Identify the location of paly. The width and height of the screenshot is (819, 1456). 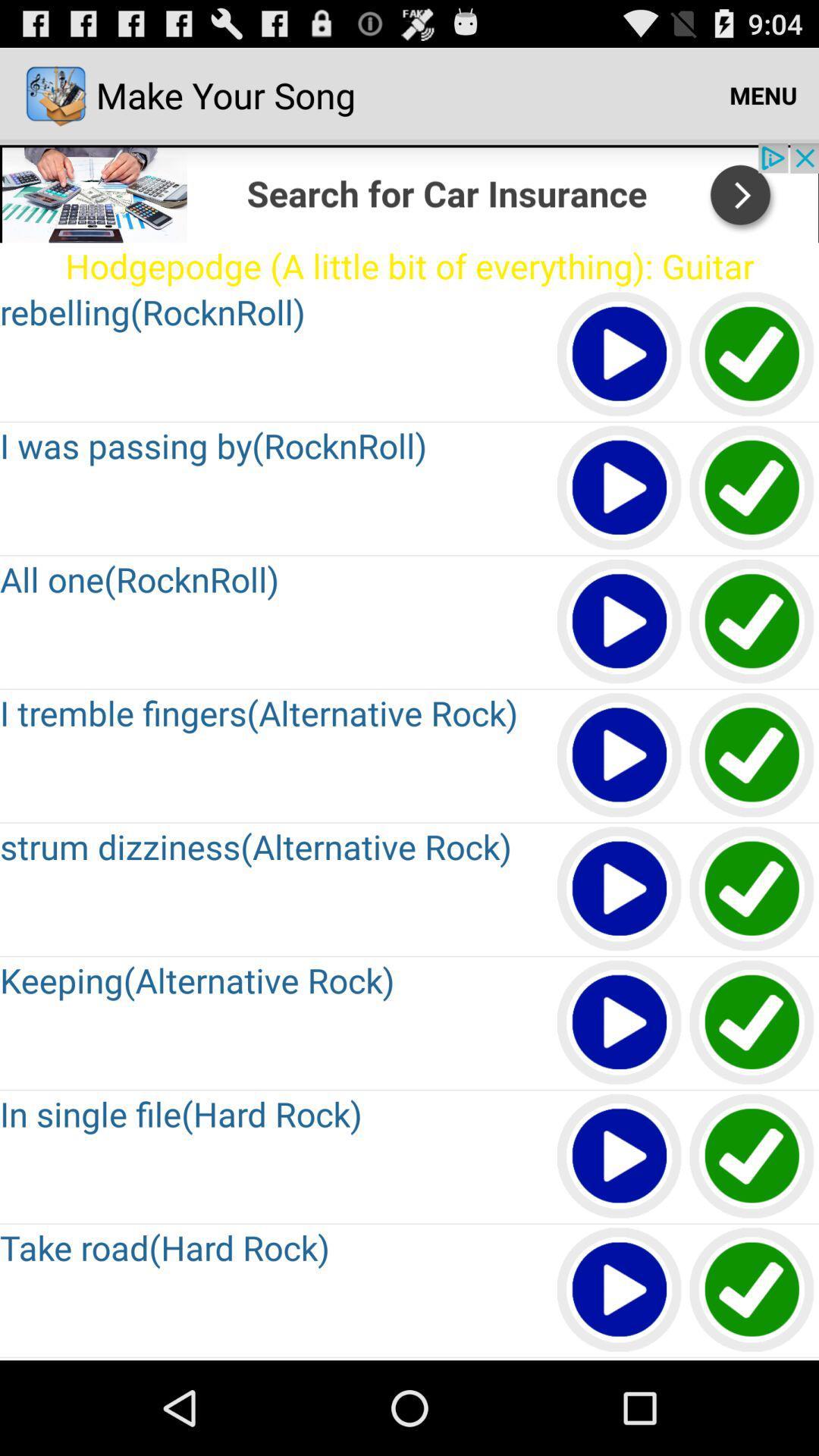
(620, 354).